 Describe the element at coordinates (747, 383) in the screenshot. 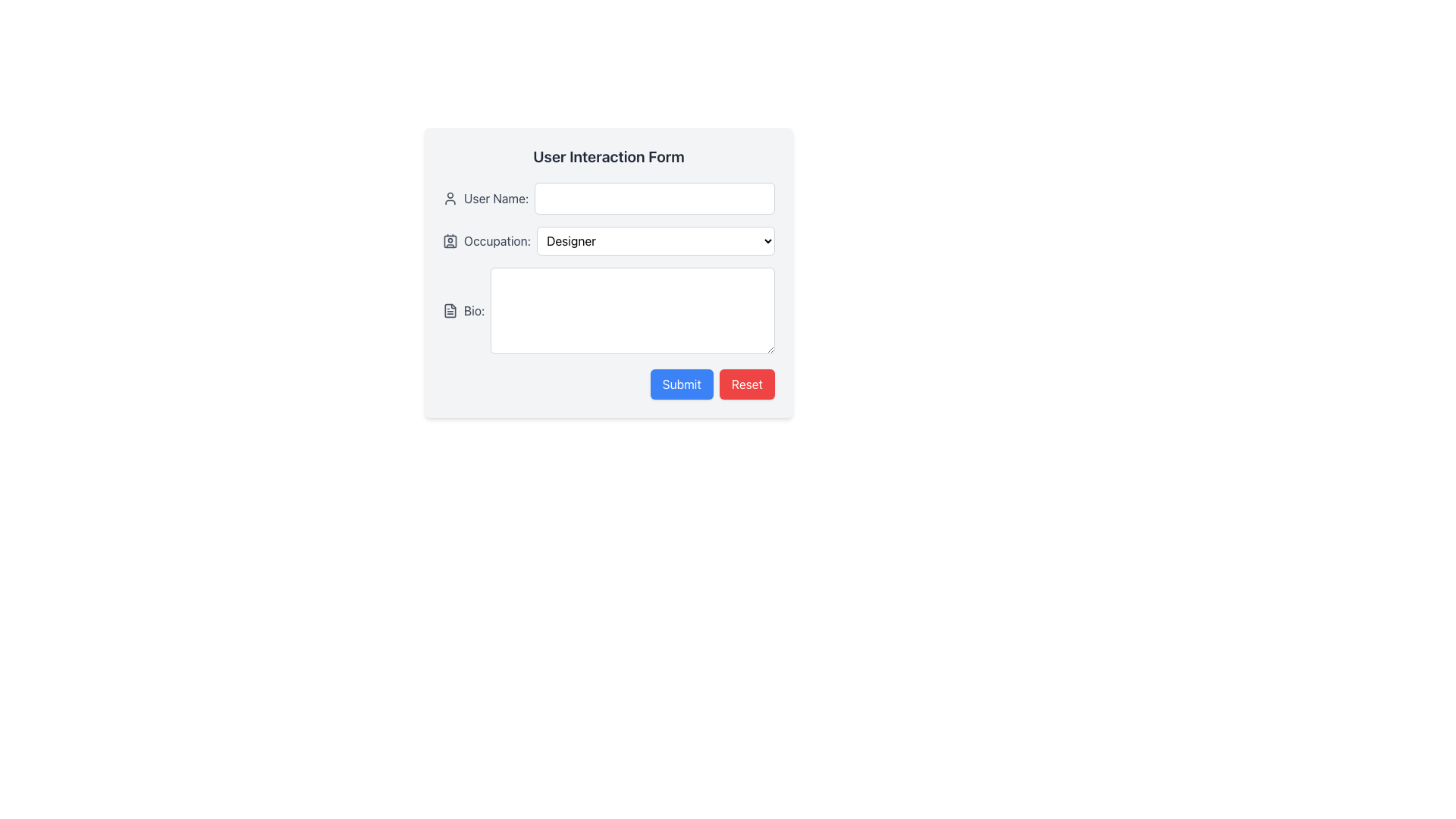

I see `the 'Reset' button, which is a rectangular button with bold white text on a vibrant red background, positioned next to the 'Submit' button in the button group at the bottom-right of the form` at that location.